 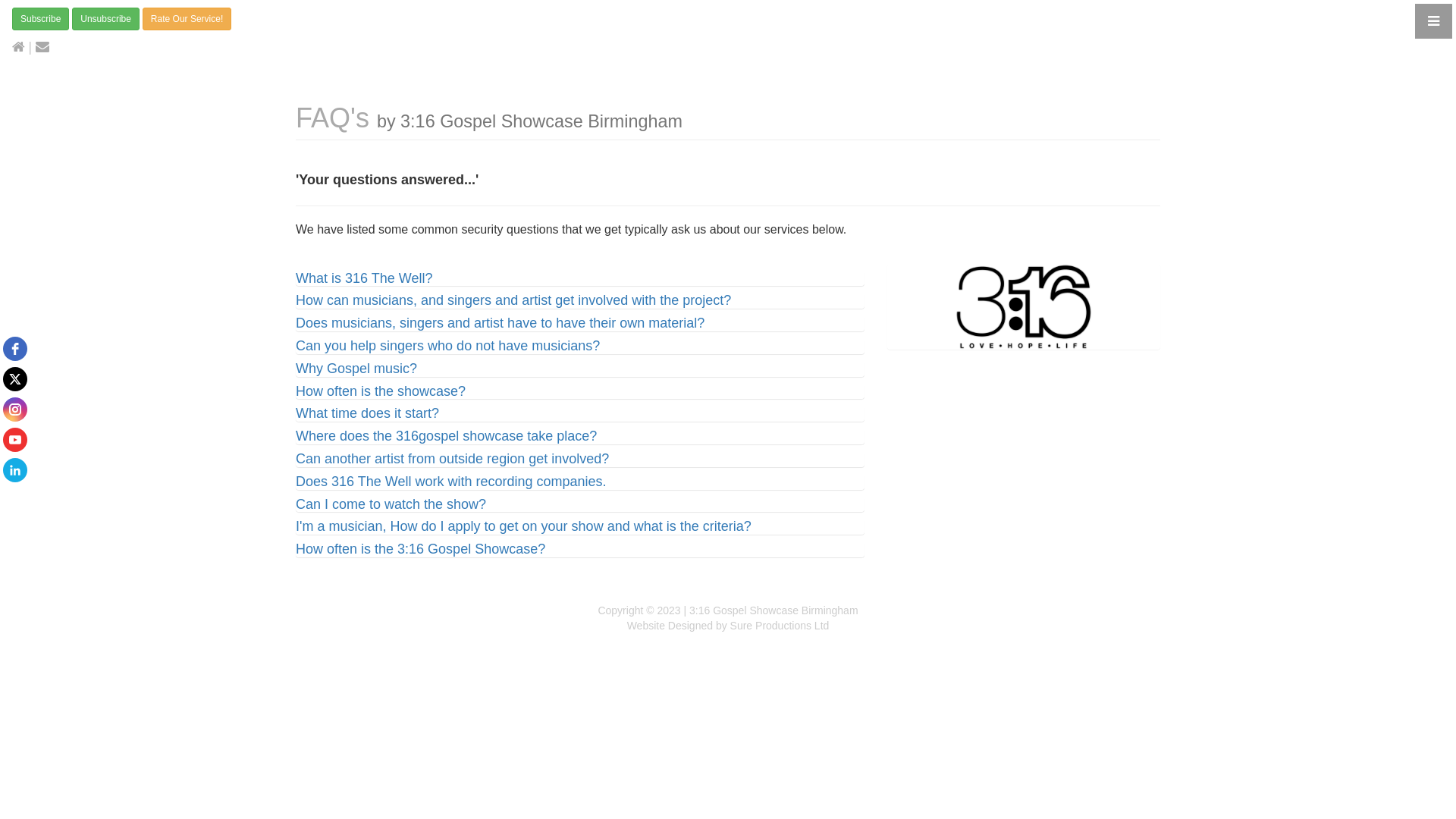 What do you see at coordinates (420, 549) in the screenshot?
I see `'How often is the 3:16 Gospel Showcase?'` at bounding box center [420, 549].